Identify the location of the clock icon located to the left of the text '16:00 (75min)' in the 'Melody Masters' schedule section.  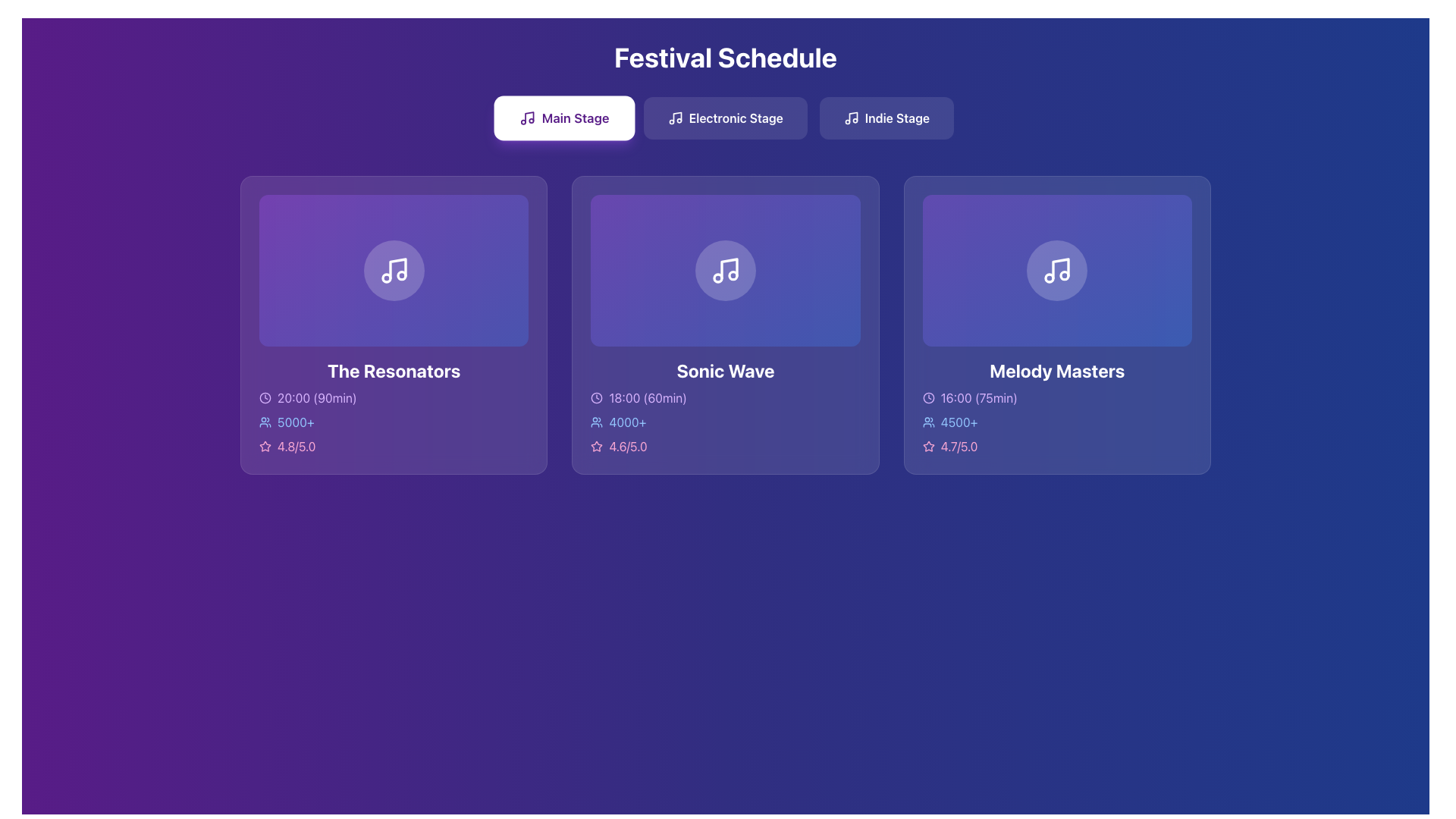
(927, 397).